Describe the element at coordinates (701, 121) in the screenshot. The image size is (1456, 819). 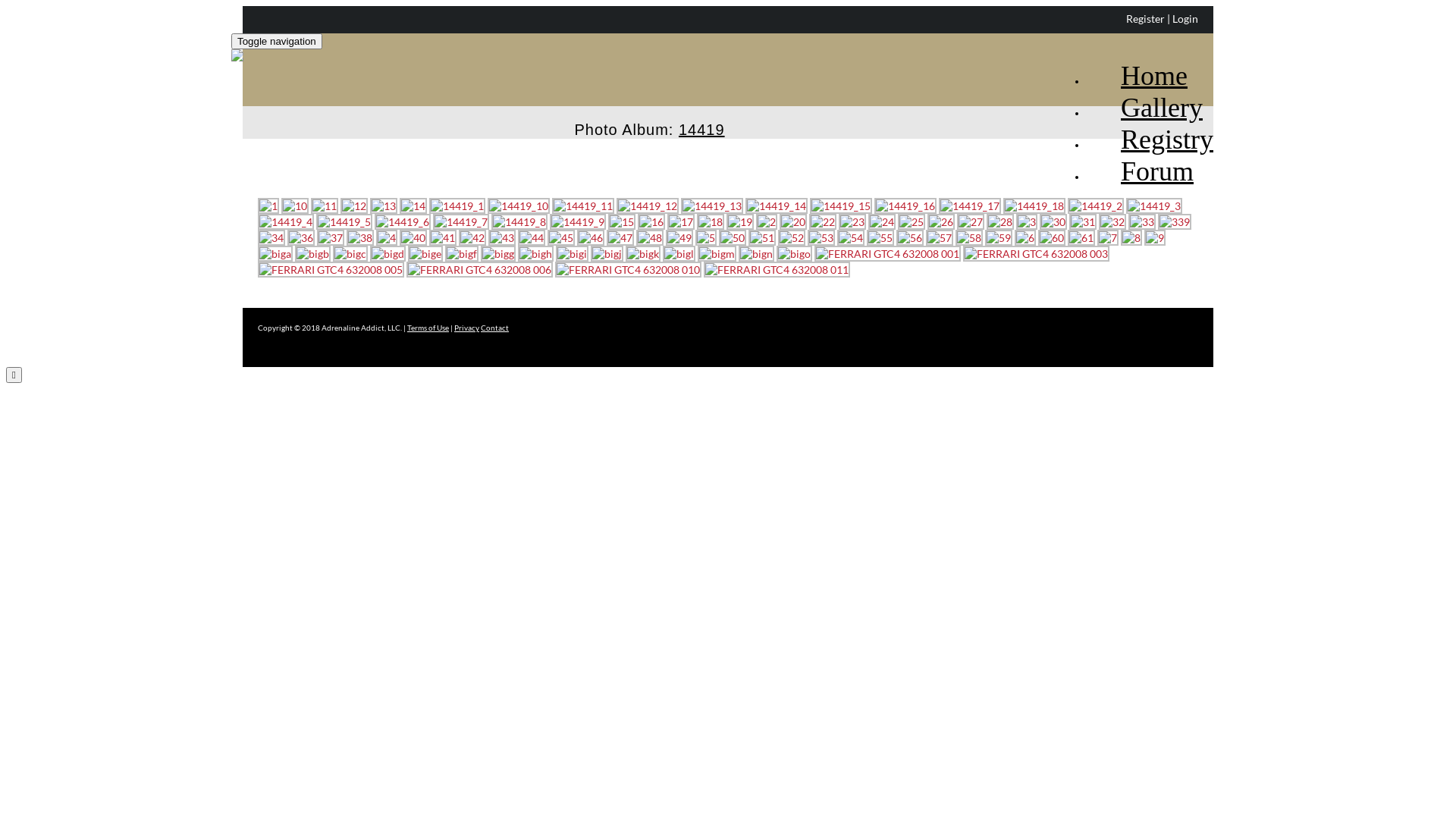
I see `'14419'` at that location.